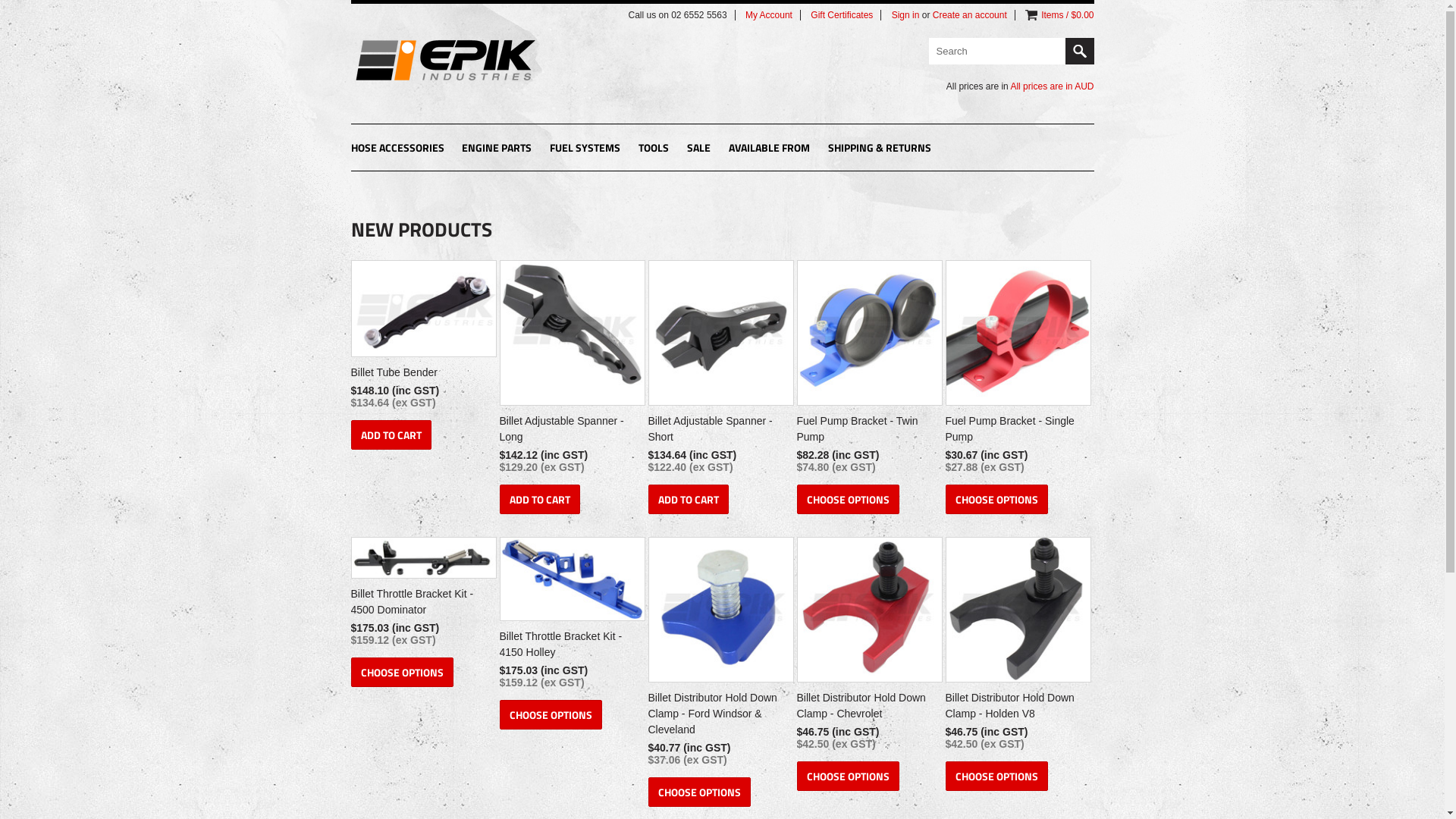 Image resolution: width=1456 pixels, height=819 pixels. I want to click on 'Billet Throttle Bracket Kit - 4500 Dominator', so click(421, 603).